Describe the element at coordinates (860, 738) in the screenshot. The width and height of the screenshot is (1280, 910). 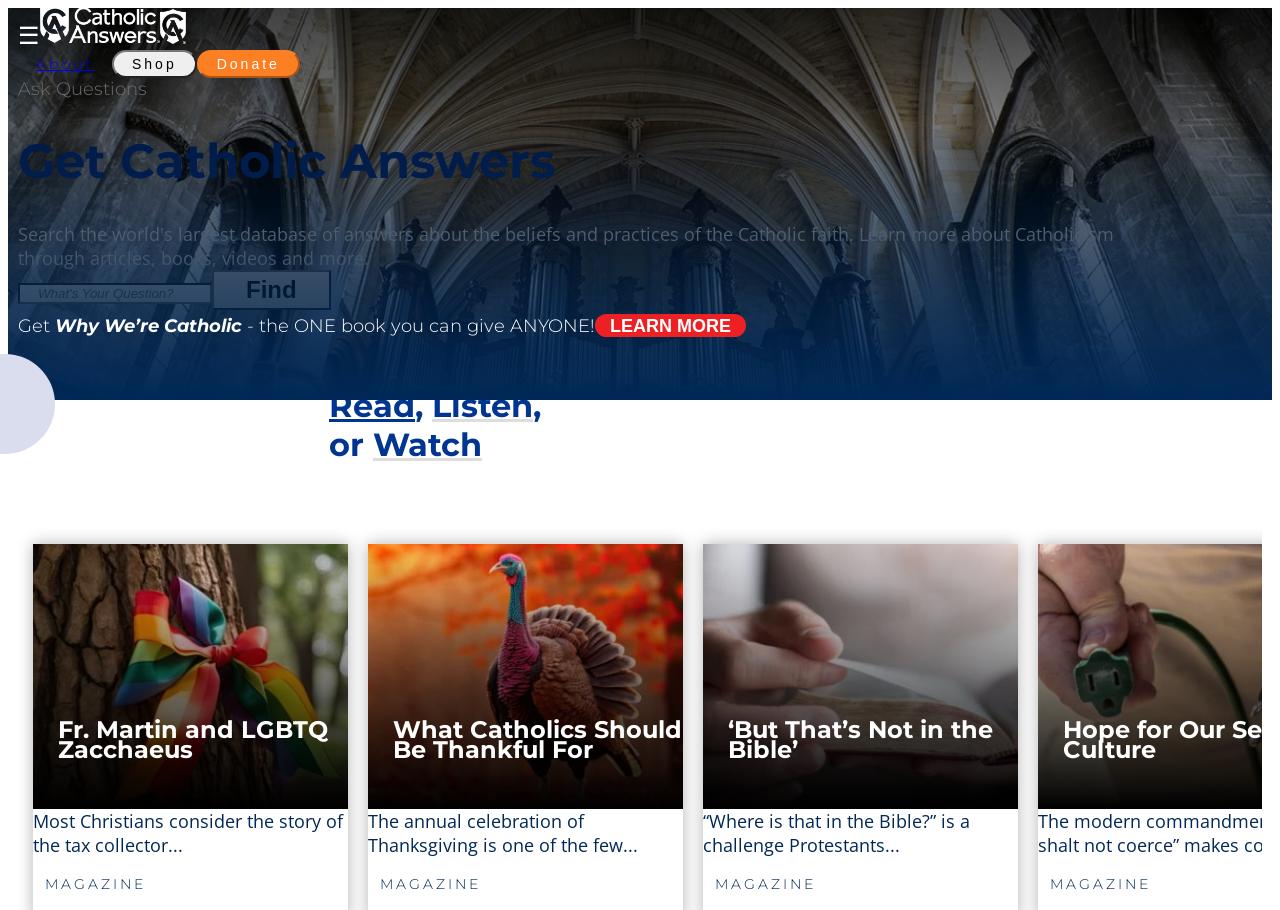
I see `'‘But That’s Not in the Bible’'` at that location.